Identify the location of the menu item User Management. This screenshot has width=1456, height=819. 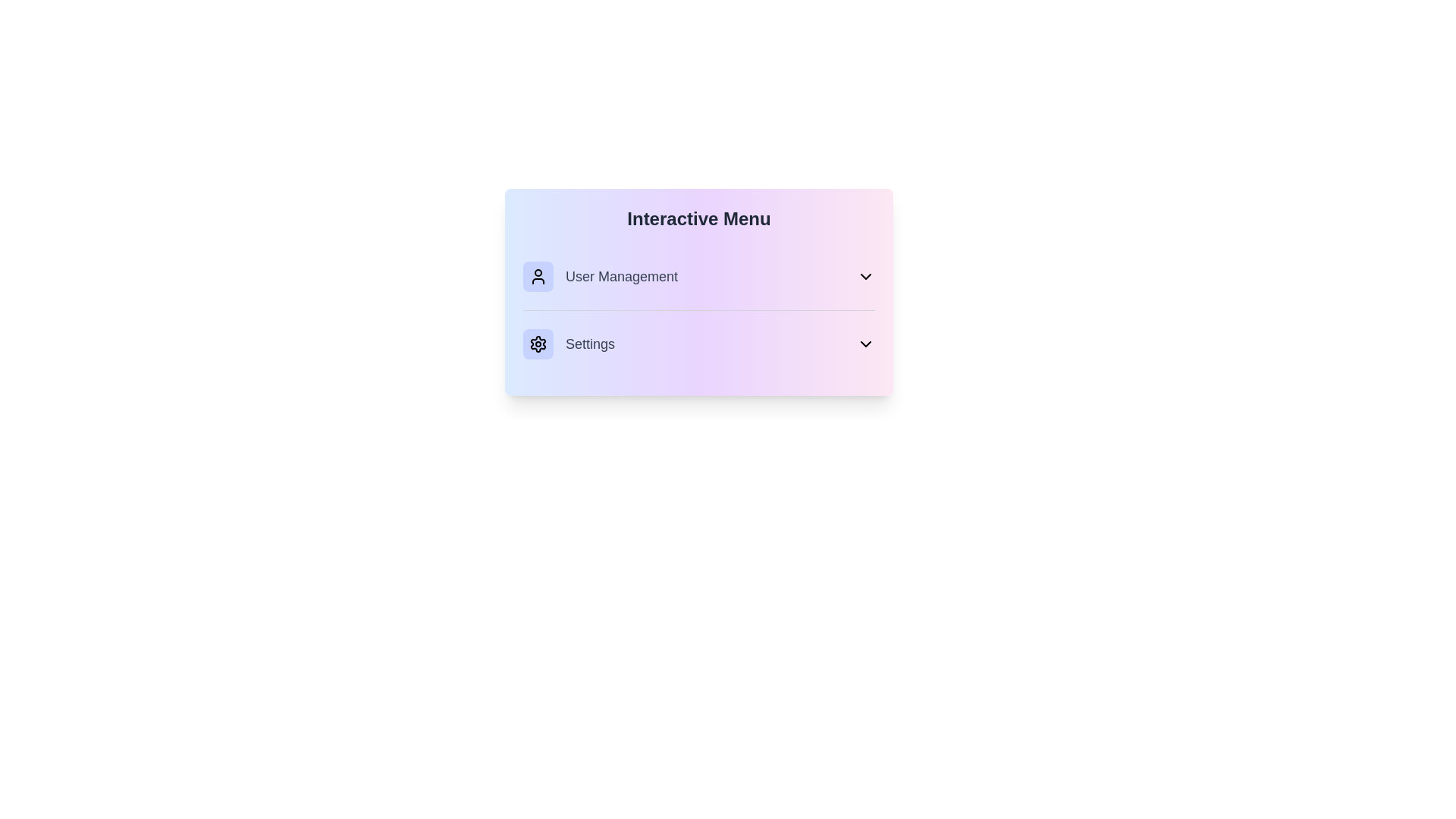
(538, 277).